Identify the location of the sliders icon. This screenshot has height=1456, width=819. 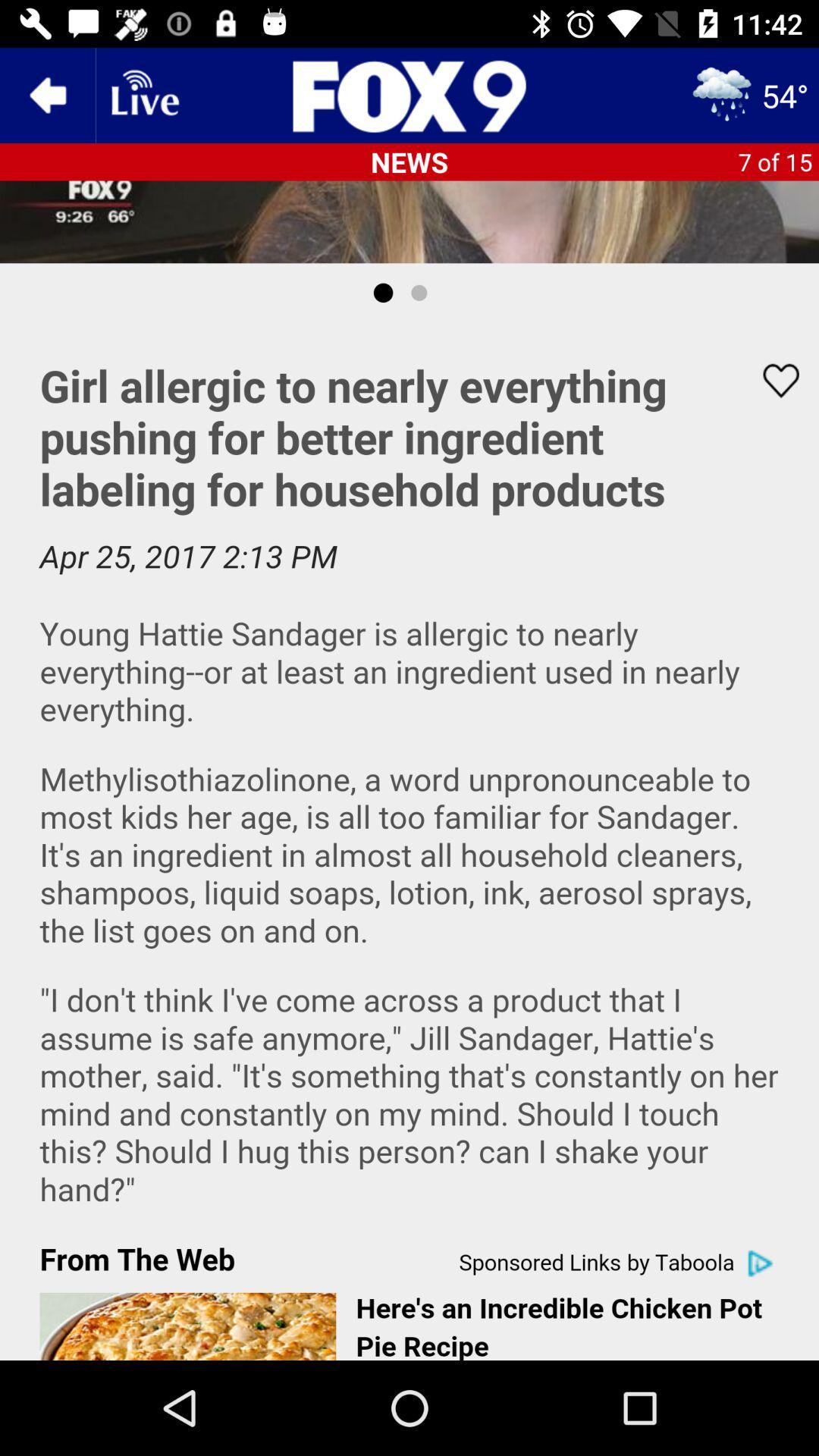
(409, 94).